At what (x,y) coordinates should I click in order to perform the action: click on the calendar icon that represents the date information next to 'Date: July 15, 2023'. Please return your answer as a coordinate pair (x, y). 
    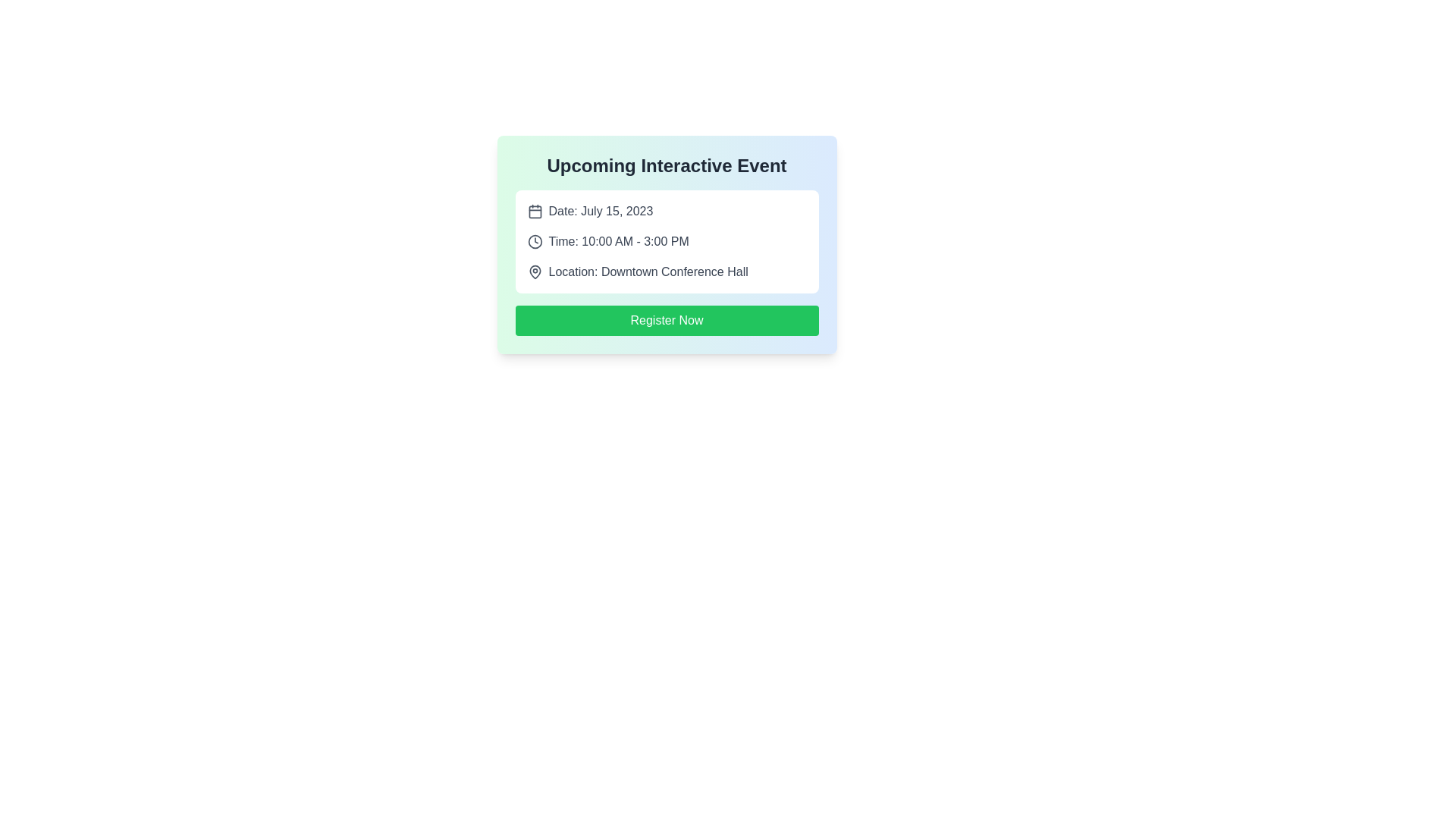
    Looking at the image, I should click on (535, 211).